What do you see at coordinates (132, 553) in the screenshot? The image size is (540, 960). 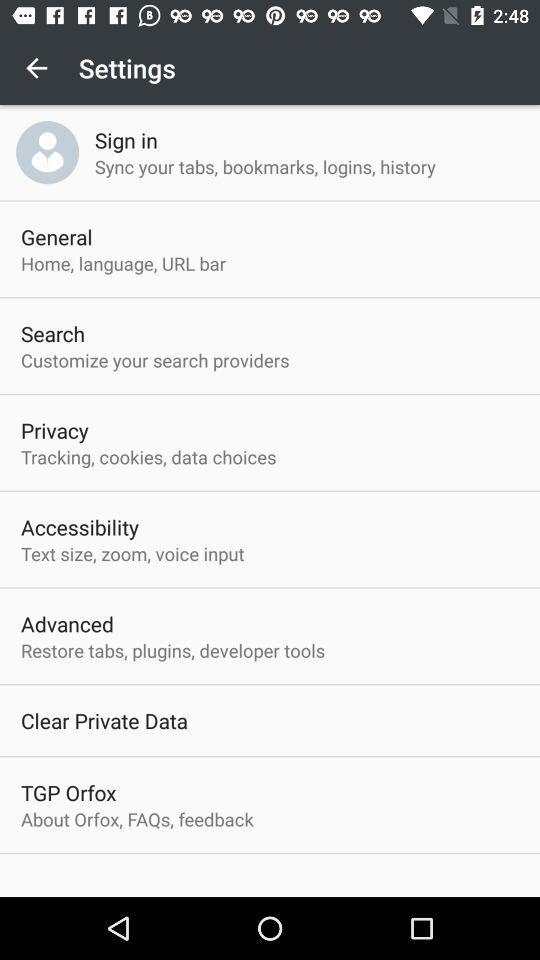 I see `the app above the advanced icon` at bounding box center [132, 553].